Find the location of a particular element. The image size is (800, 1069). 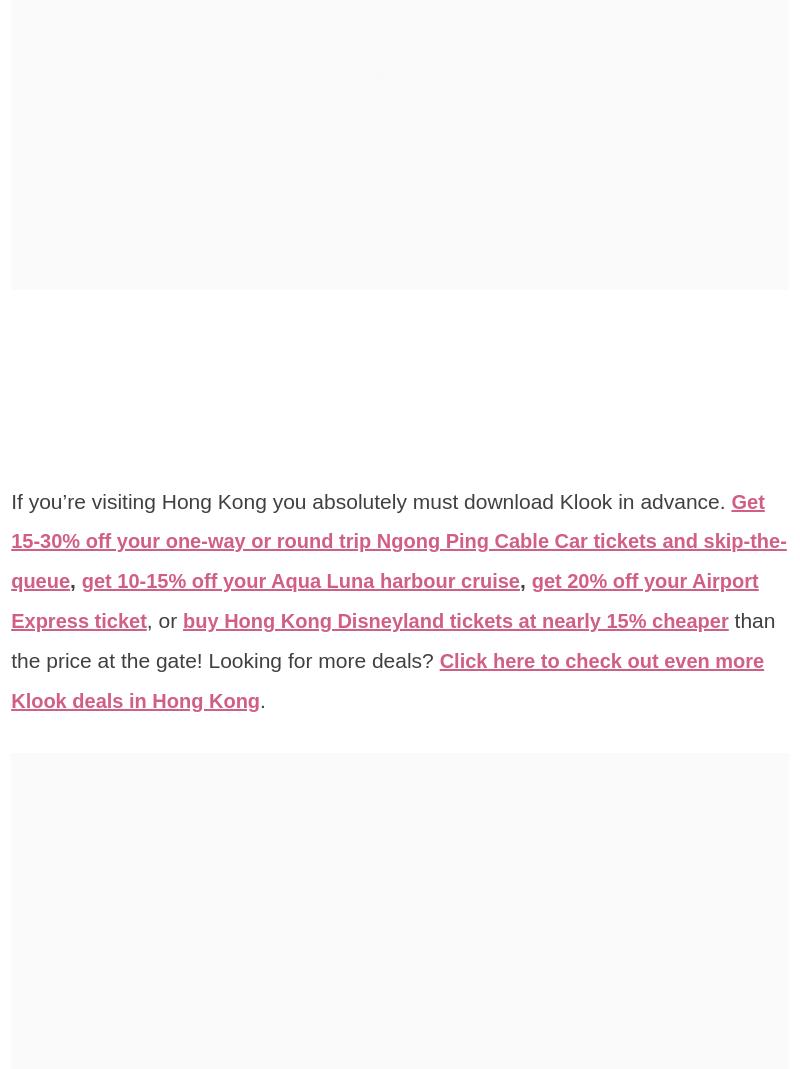

'Get 15-30% off your one-way or round trip Ngong Ping Cable Car tickets and skip-the-queue' is located at coordinates (398, 540).